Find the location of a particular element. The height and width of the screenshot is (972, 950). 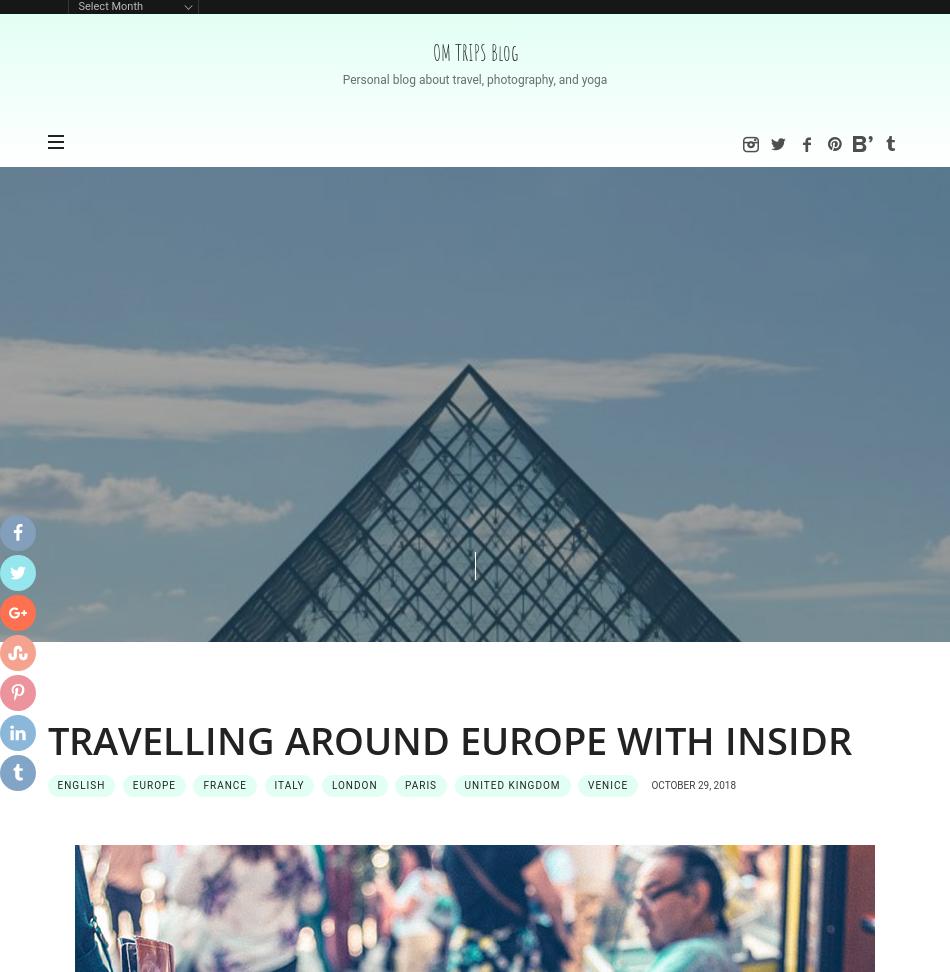

'Europe' is located at coordinates (153, 784).